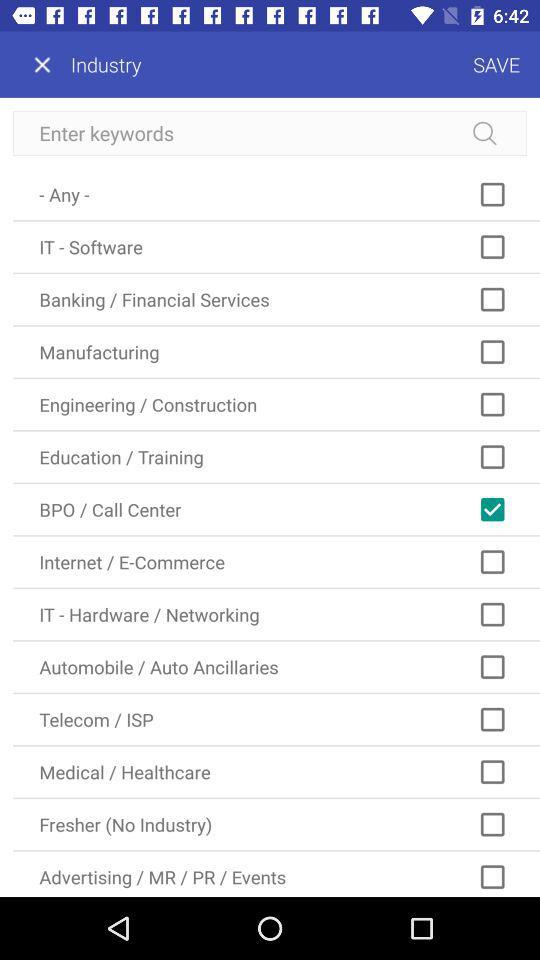 This screenshot has height=960, width=540. What do you see at coordinates (270, 132) in the screenshot?
I see `the item below the save` at bounding box center [270, 132].